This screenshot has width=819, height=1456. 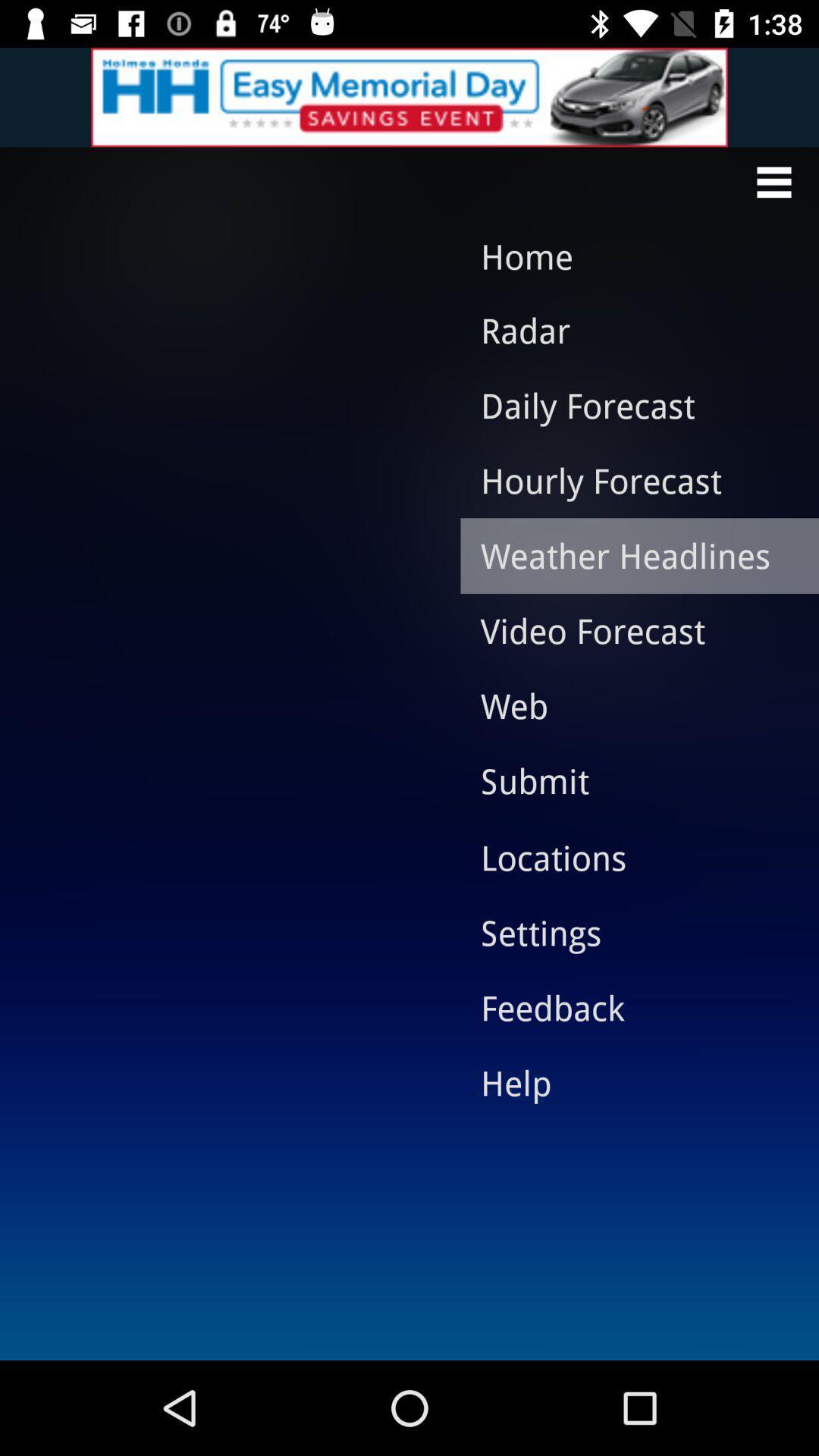 What do you see at coordinates (628, 858) in the screenshot?
I see `locations item` at bounding box center [628, 858].